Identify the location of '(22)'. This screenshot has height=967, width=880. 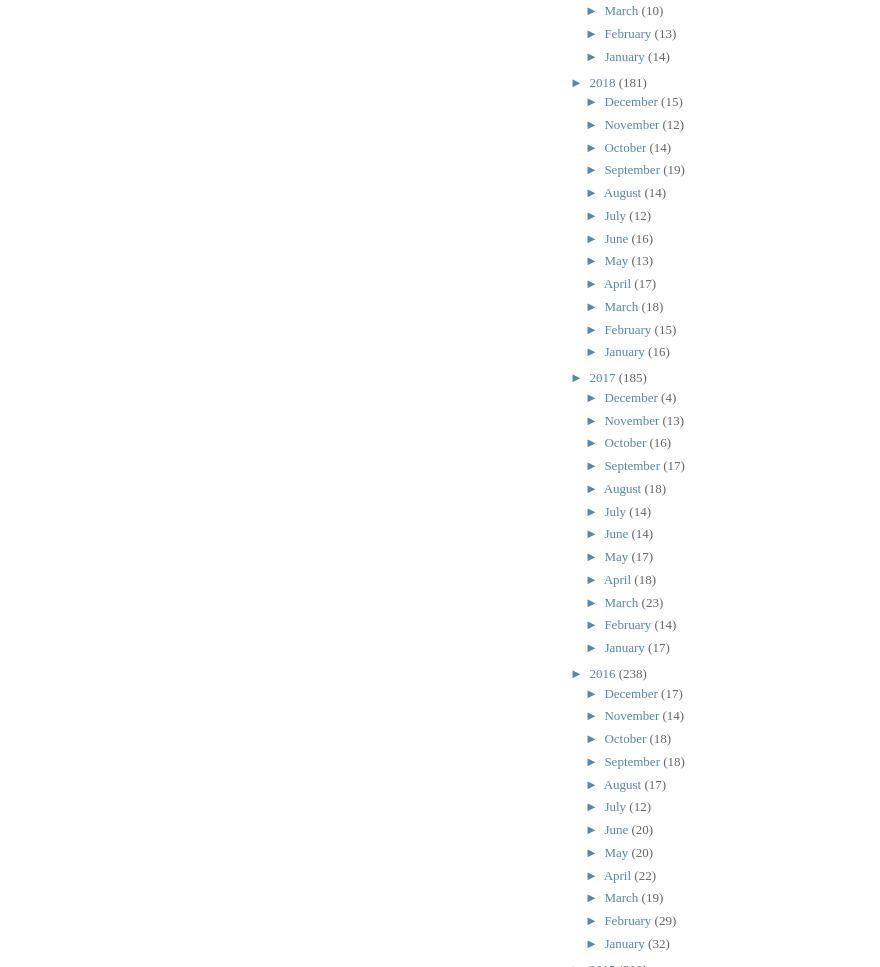
(645, 873).